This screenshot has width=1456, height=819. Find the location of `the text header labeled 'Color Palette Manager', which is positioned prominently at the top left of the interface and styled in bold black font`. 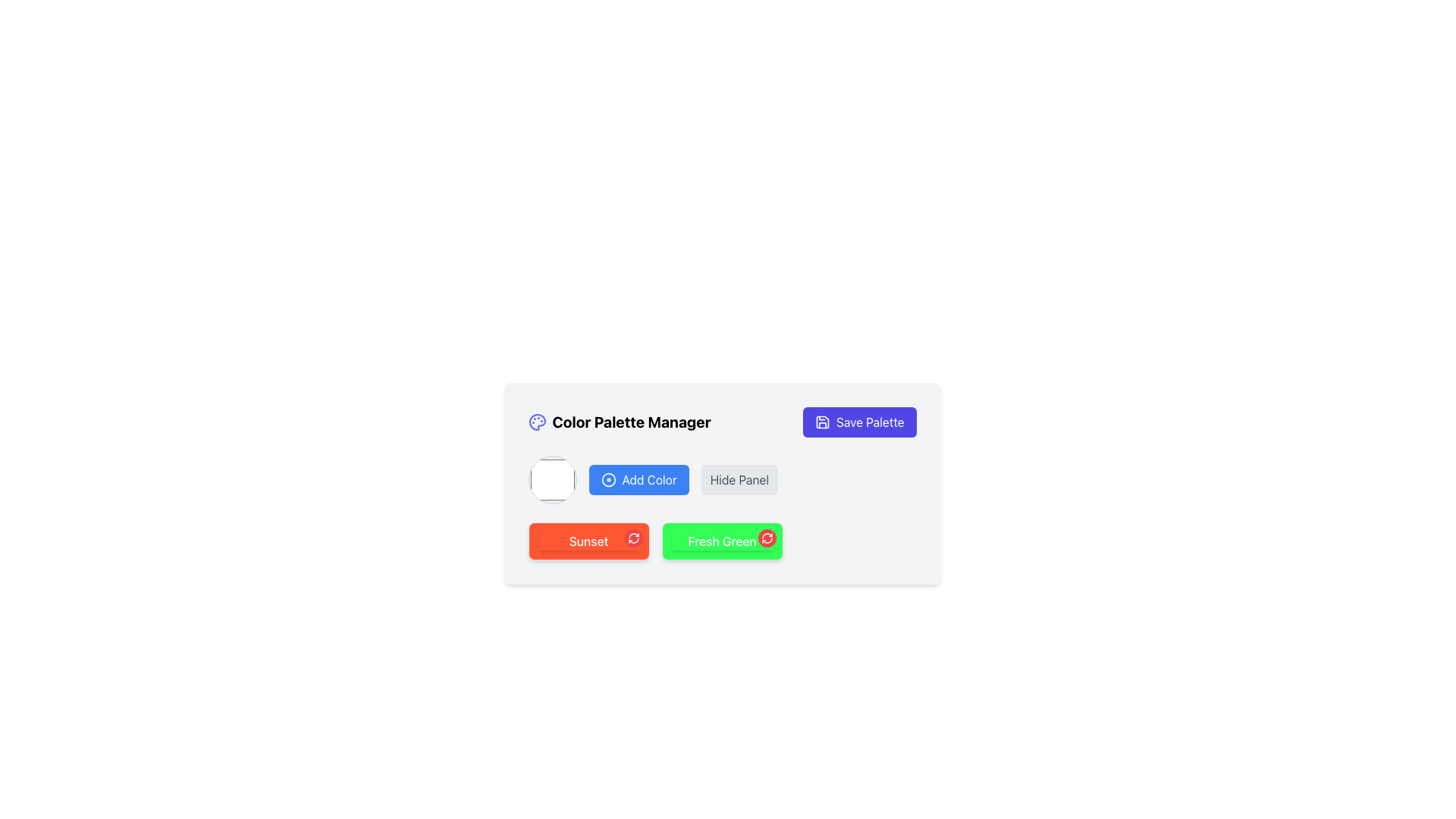

the text header labeled 'Color Palette Manager', which is positioned prominently at the top left of the interface and styled in bold black font is located at coordinates (619, 422).